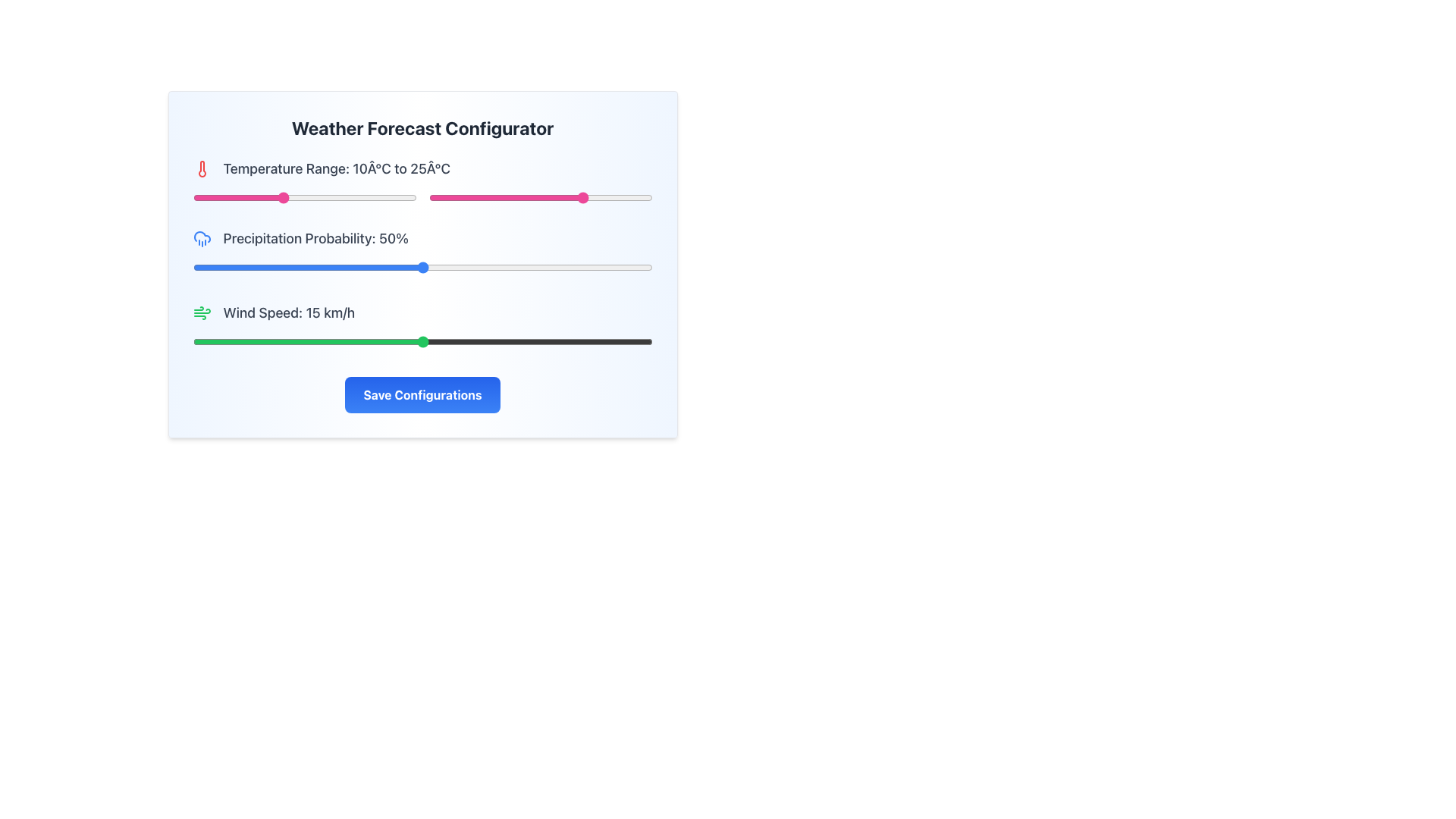 Image resolution: width=1456 pixels, height=819 pixels. Describe the element at coordinates (196, 267) in the screenshot. I see `precipitation probability` at that location.